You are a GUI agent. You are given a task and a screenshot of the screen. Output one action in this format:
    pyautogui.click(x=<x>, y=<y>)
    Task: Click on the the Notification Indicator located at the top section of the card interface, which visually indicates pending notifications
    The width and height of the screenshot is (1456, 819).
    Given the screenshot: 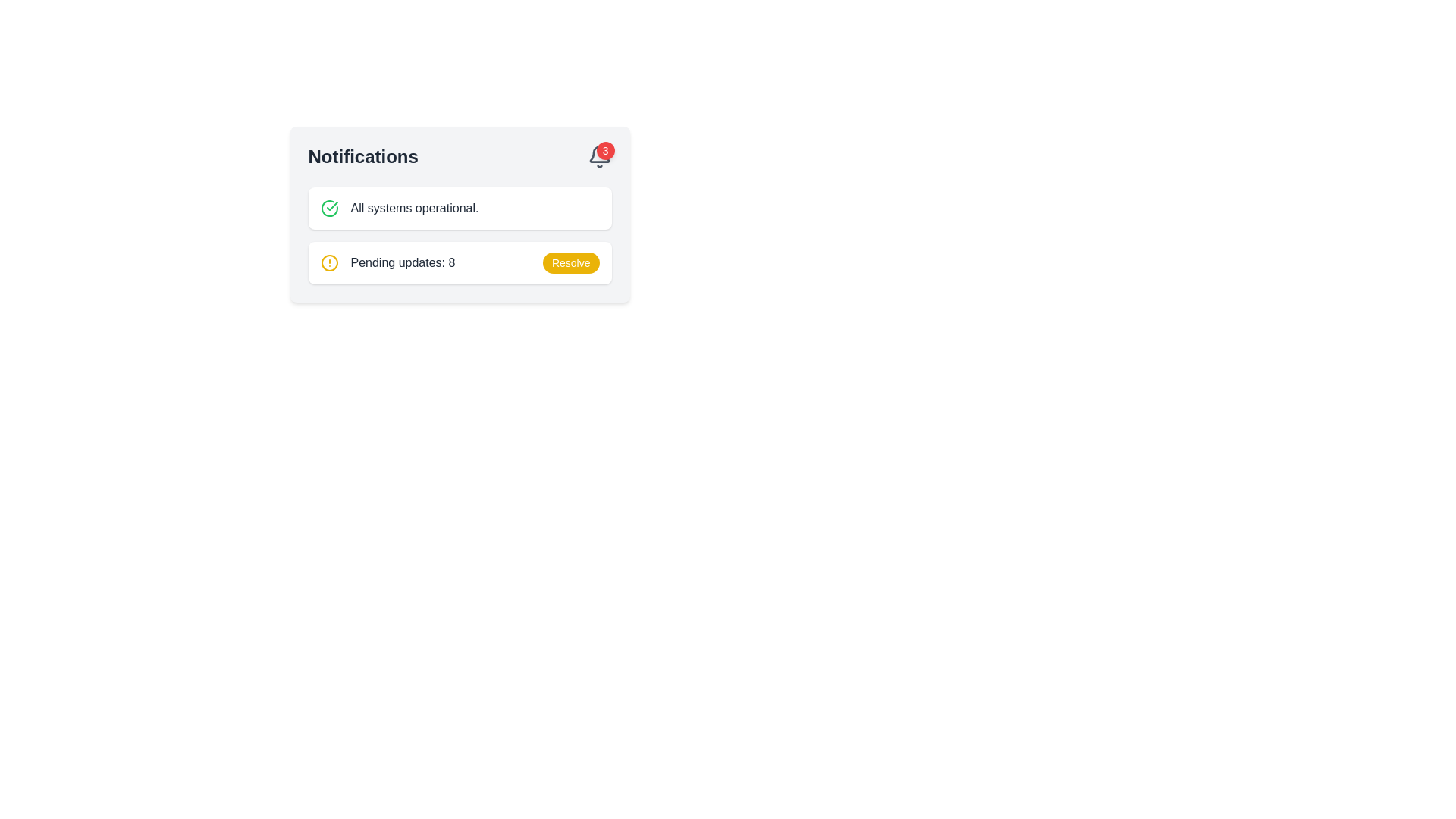 What is the action you would take?
    pyautogui.click(x=459, y=157)
    